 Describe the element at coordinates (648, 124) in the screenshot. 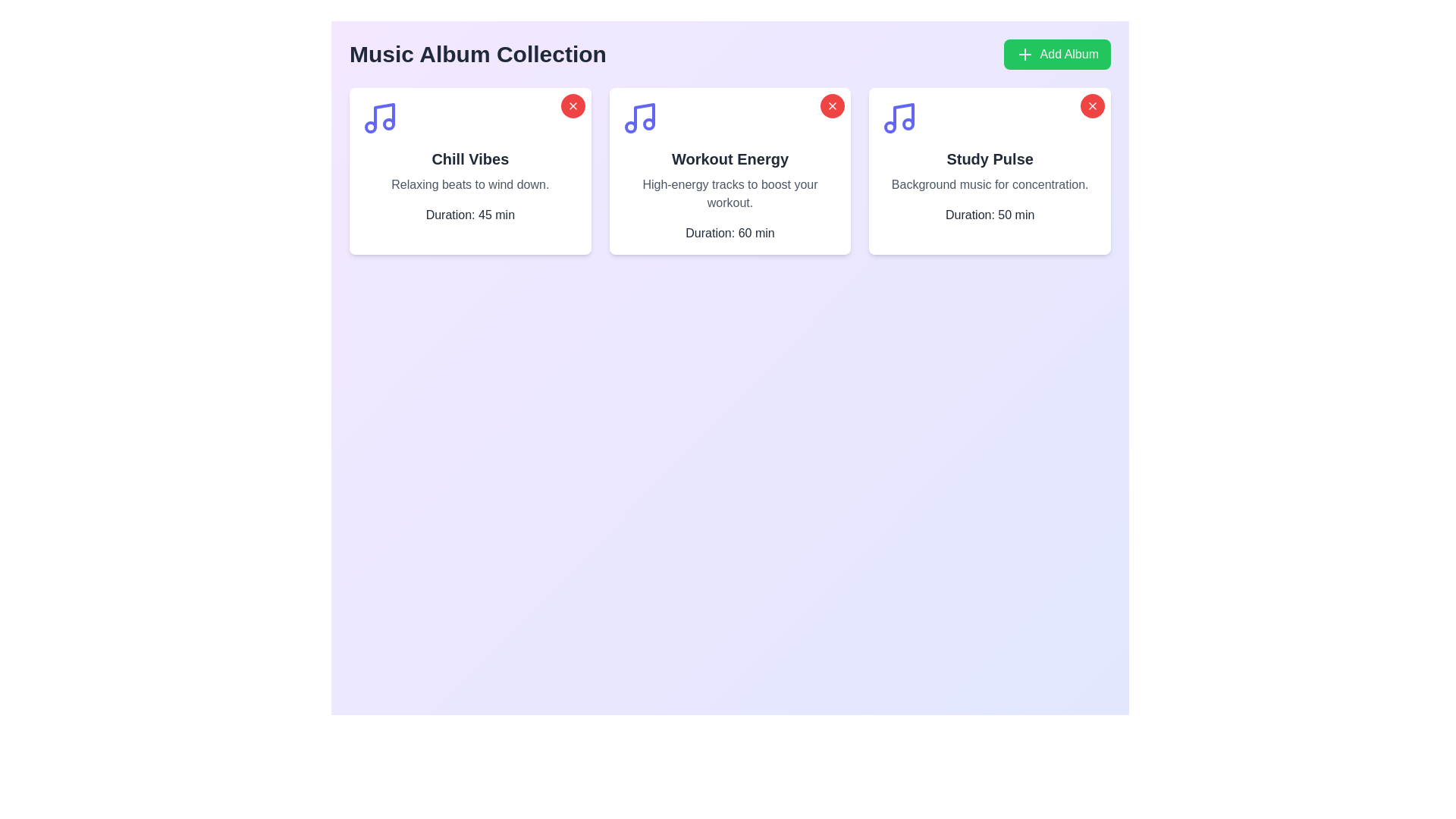

I see `the decorative circle that serves as a status indicator within the music icon, located at the top left of the 'Workout Energy' card` at that location.